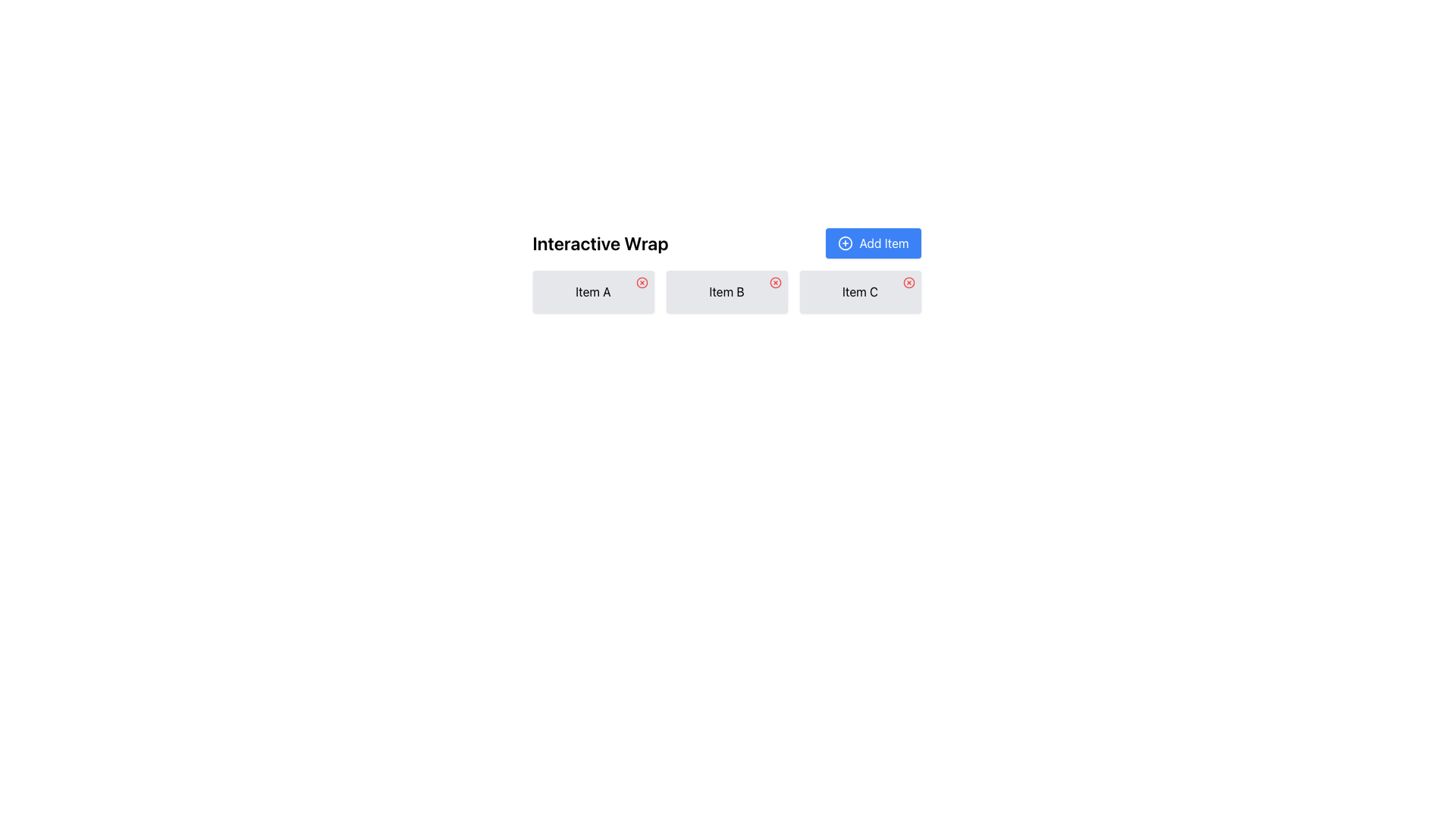  Describe the element at coordinates (860, 292) in the screenshot. I see `the 'Item C' text label` at that location.